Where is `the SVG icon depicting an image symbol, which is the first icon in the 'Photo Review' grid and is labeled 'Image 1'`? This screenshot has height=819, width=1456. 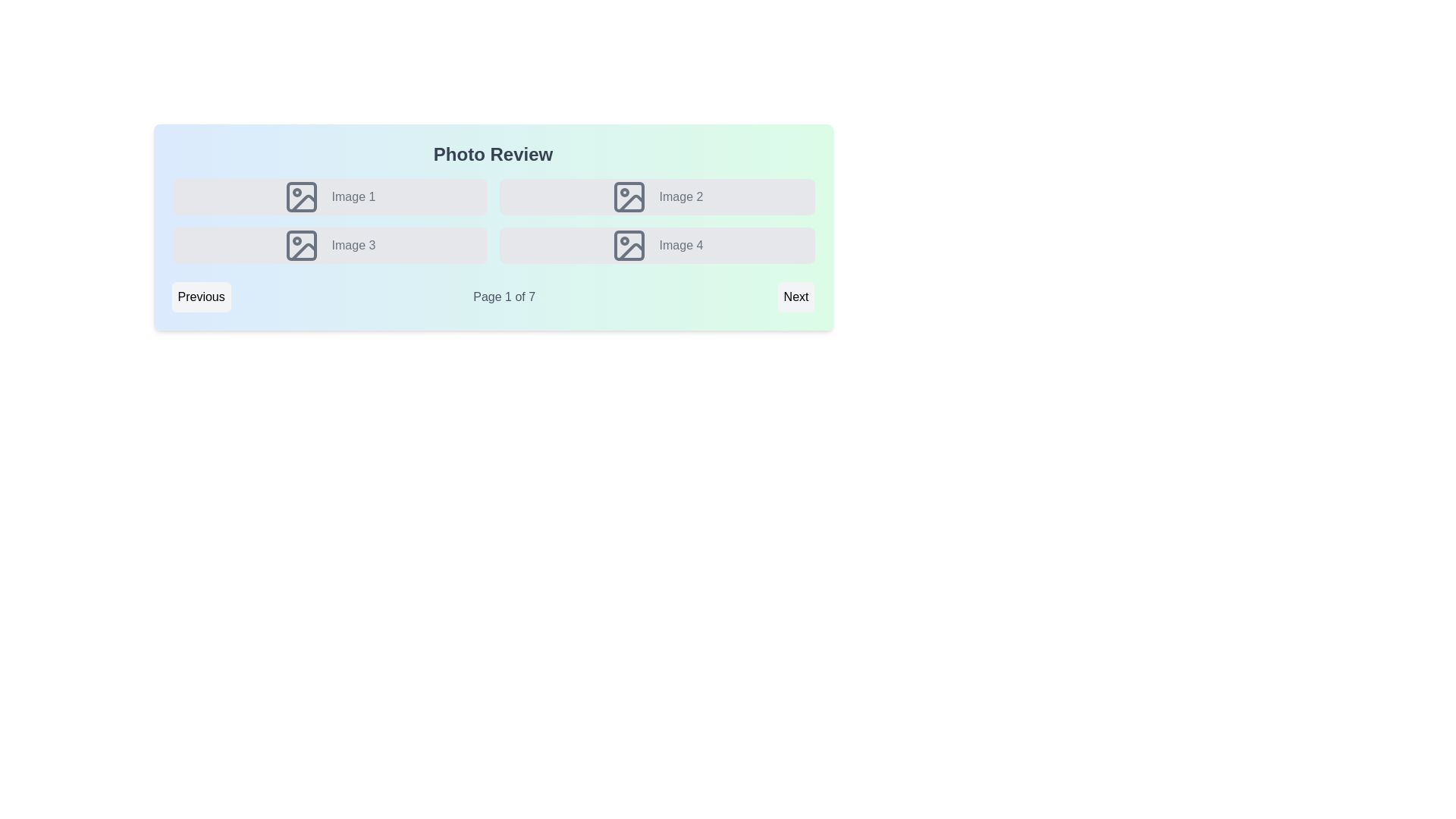 the SVG icon depicting an image symbol, which is the first icon in the 'Photo Review' grid and is labeled 'Image 1' is located at coordinates (301, 196).